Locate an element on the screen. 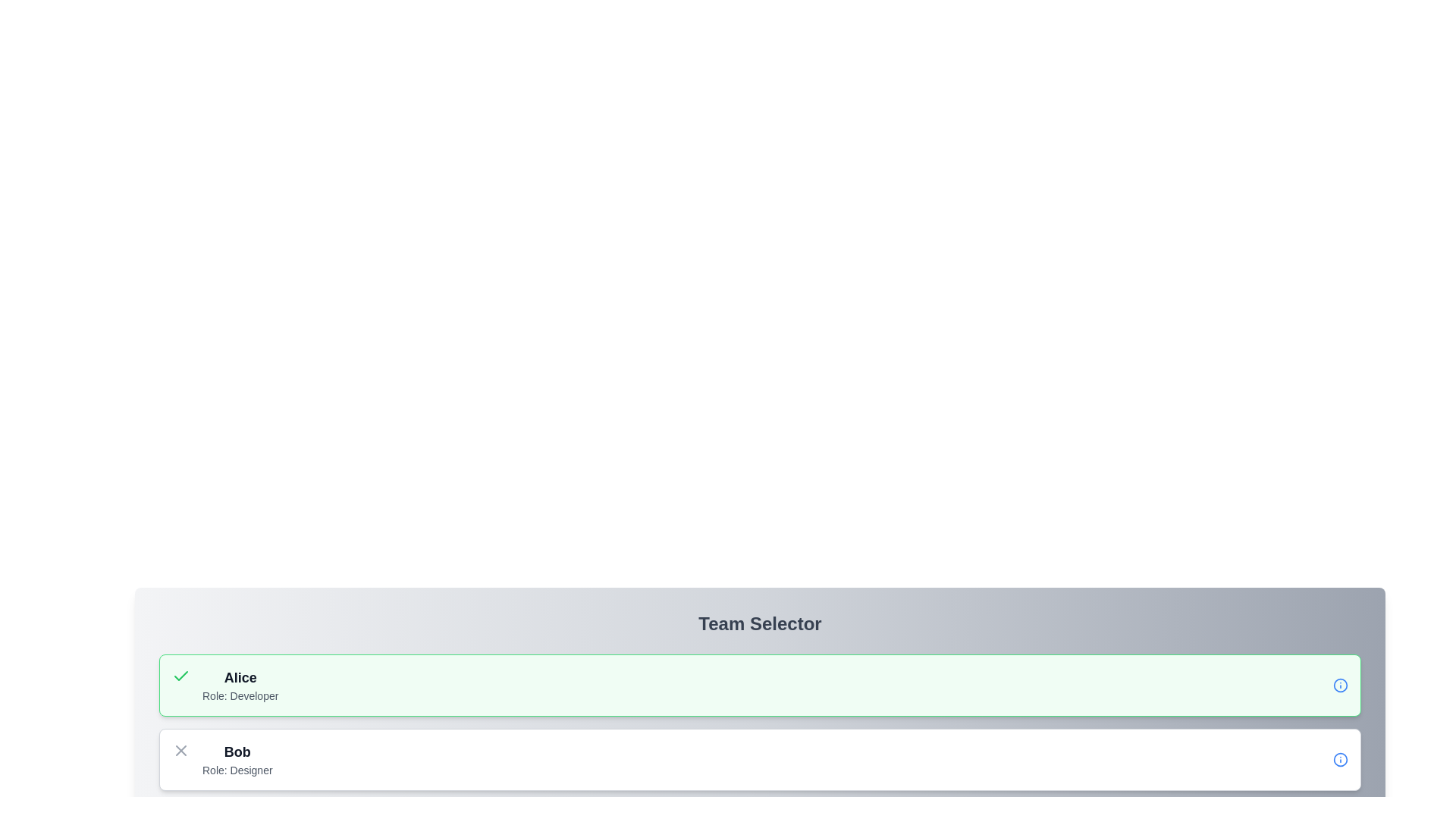 The height and width of the screenshot is (819, 1456). the text label displaying the name 'Alice' in bold styling is located at coordinates (240, 677).